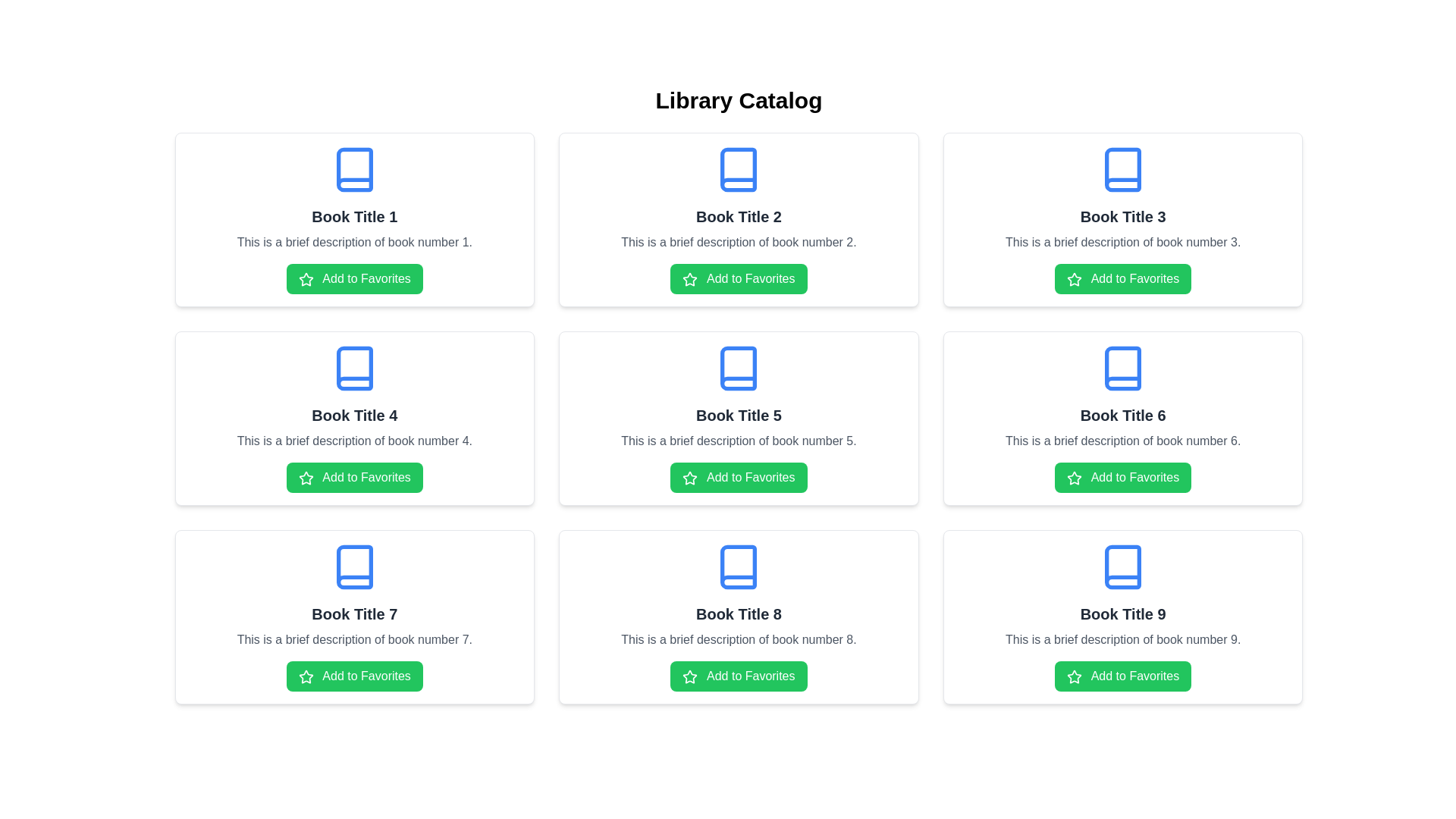 The width and height of the screenshot is (1456, 819). I want to click on the button that adds 'Book Title 3' to the favorites list to observe the hover effect, so click(1123, 278).